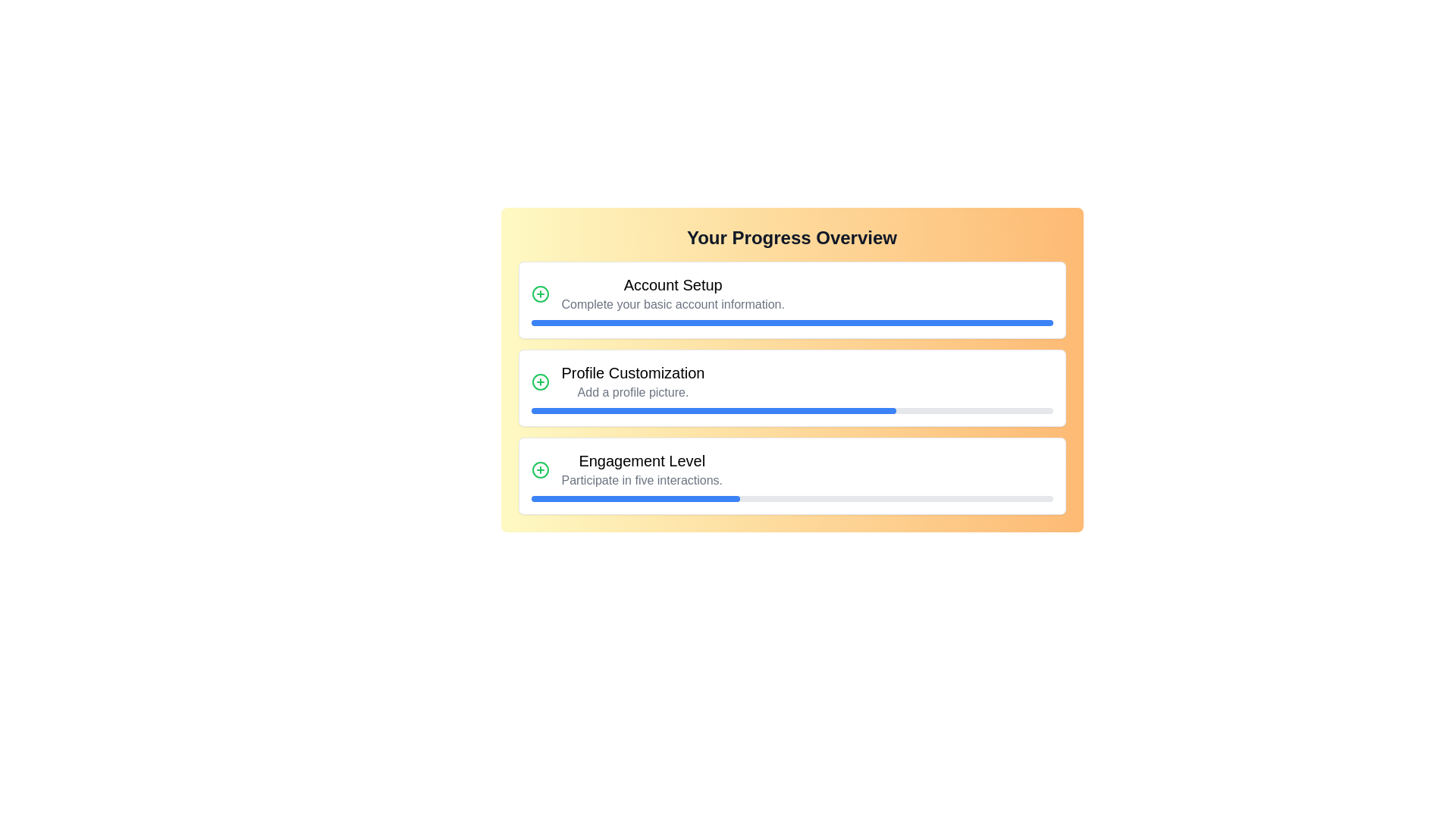 The height and width of the screenshot is (819, 1456). Describe the element at coordinates (791, 237) in the screenshot. I see `the heading element that serves as a title for the progress overview section, located at the top of the panel summarizing the purpose of the panel below it` at that location.